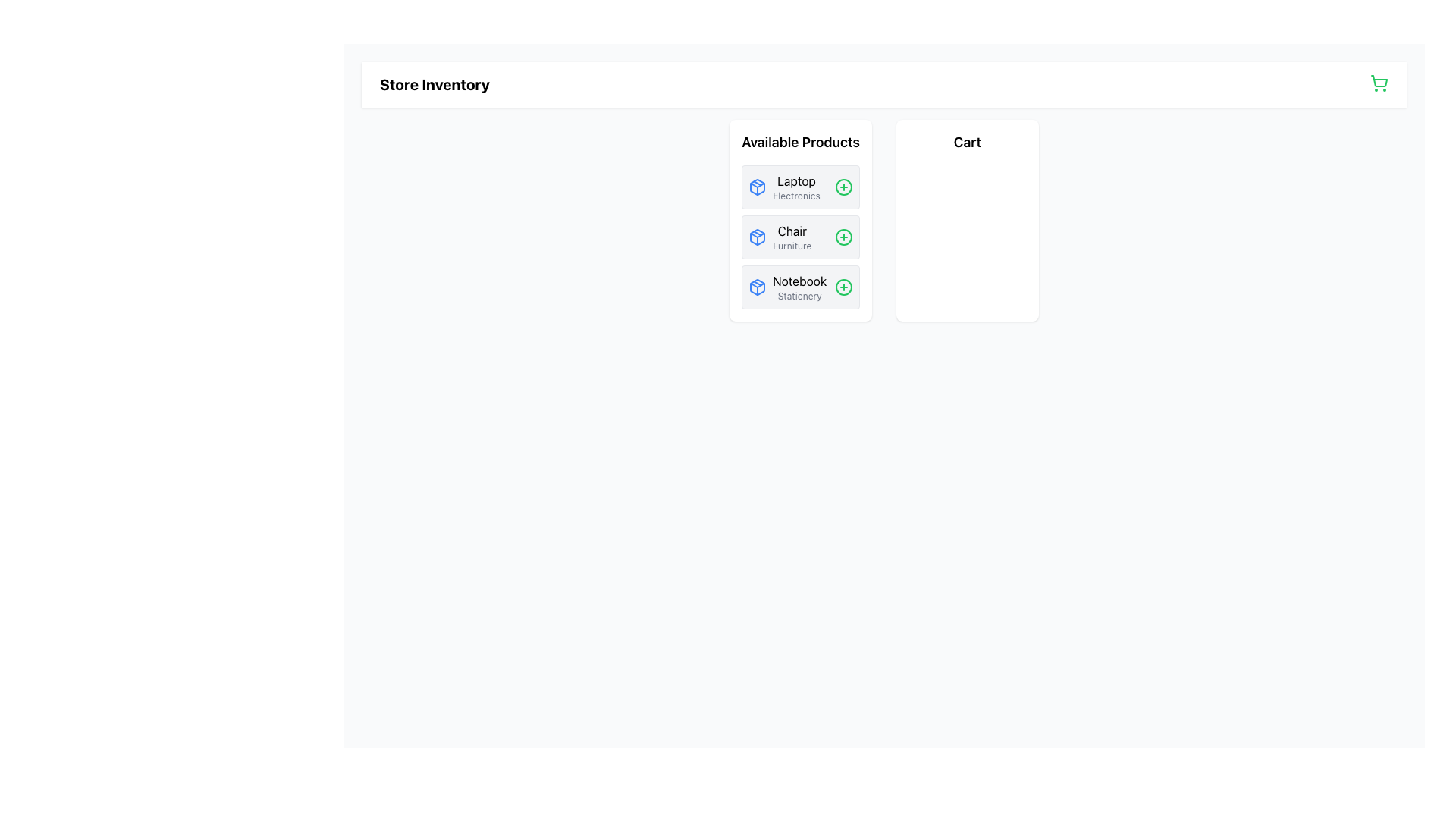 This screenshot has height=819, width=1456. Describe the element at coordinates (791, 245) in the screenshot. I see `the text label displaying 'Furniture' which is located below the product title 'Chair' in the 'Available Products' section` at that location.